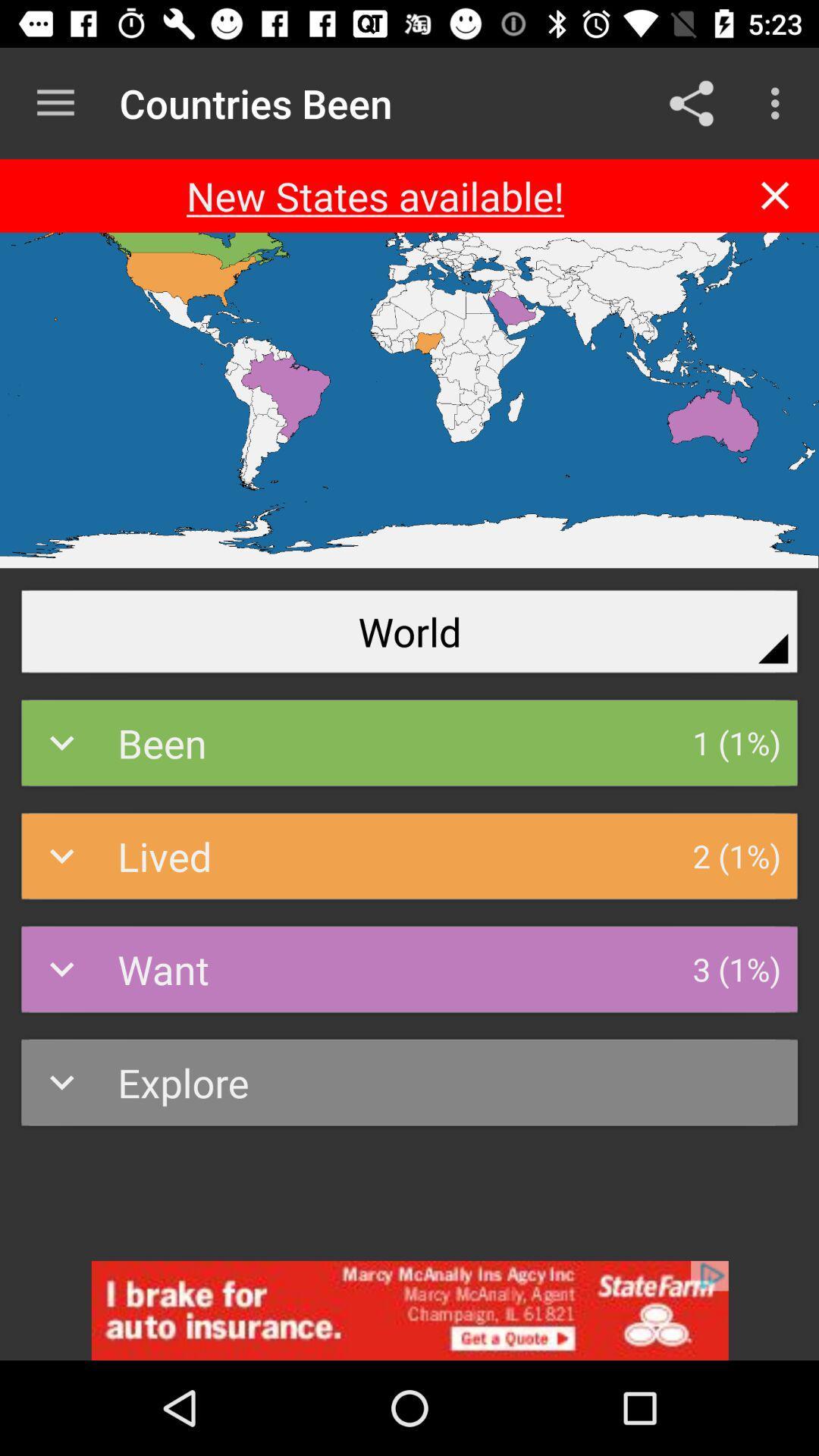 Image resolution: width=819 pixels, height=1456 pixels. What do you see at coordinates (775, 195) in the screenshot?
I see `menu page` at bounding box center [775, 195].